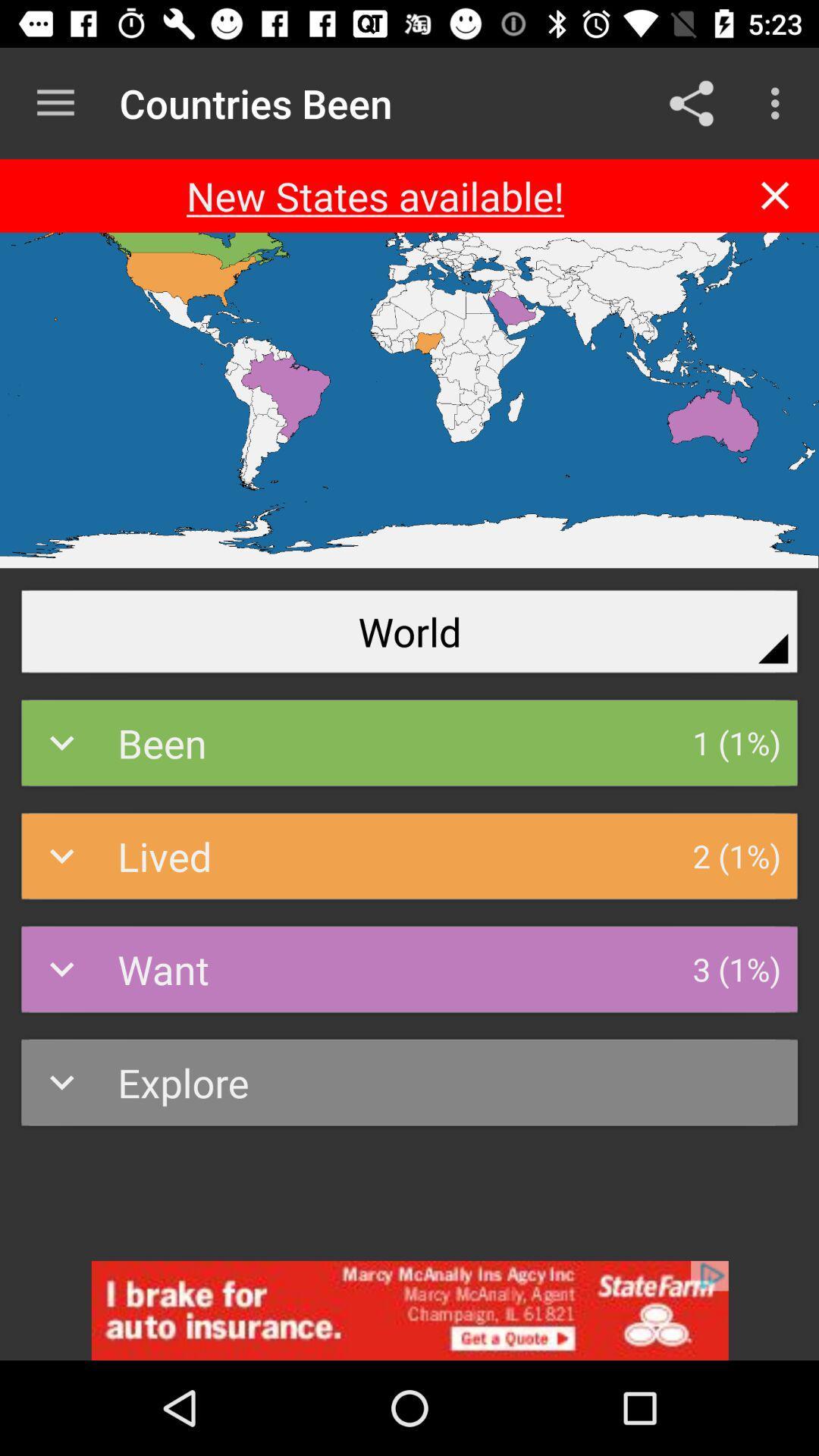 Image resolution: width=819 pixels, height=1456 pixels. What do you see at coordinates (775, 195) in the screenshot?
I see `menu page` at bounding box center [775, 195].